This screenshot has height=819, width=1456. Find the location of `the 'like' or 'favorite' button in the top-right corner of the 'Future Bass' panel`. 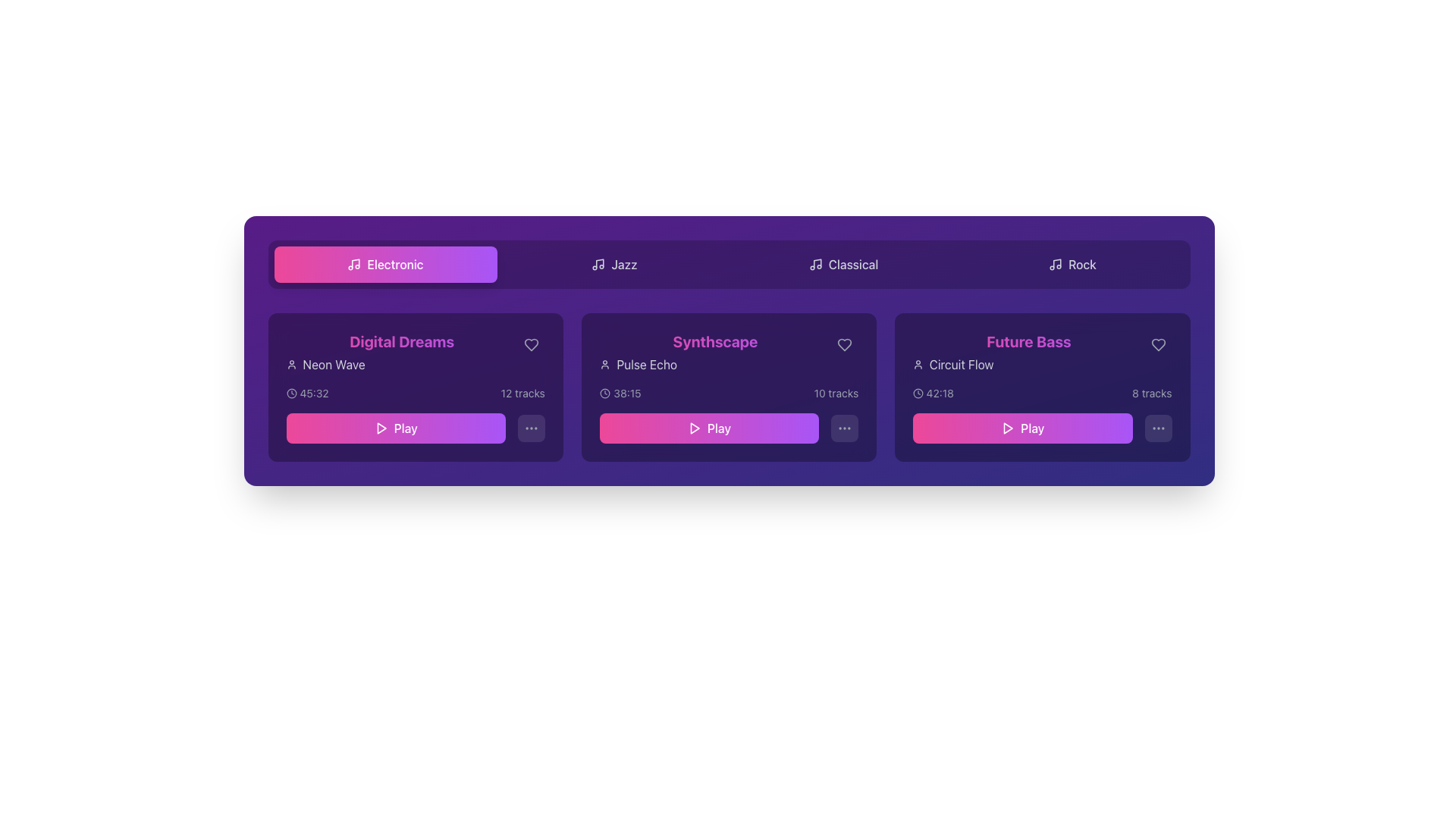

the 'like' or 'favorite' button in the top-right corner of the 'Future Bass' panel is located at coordinates (1157, 345).